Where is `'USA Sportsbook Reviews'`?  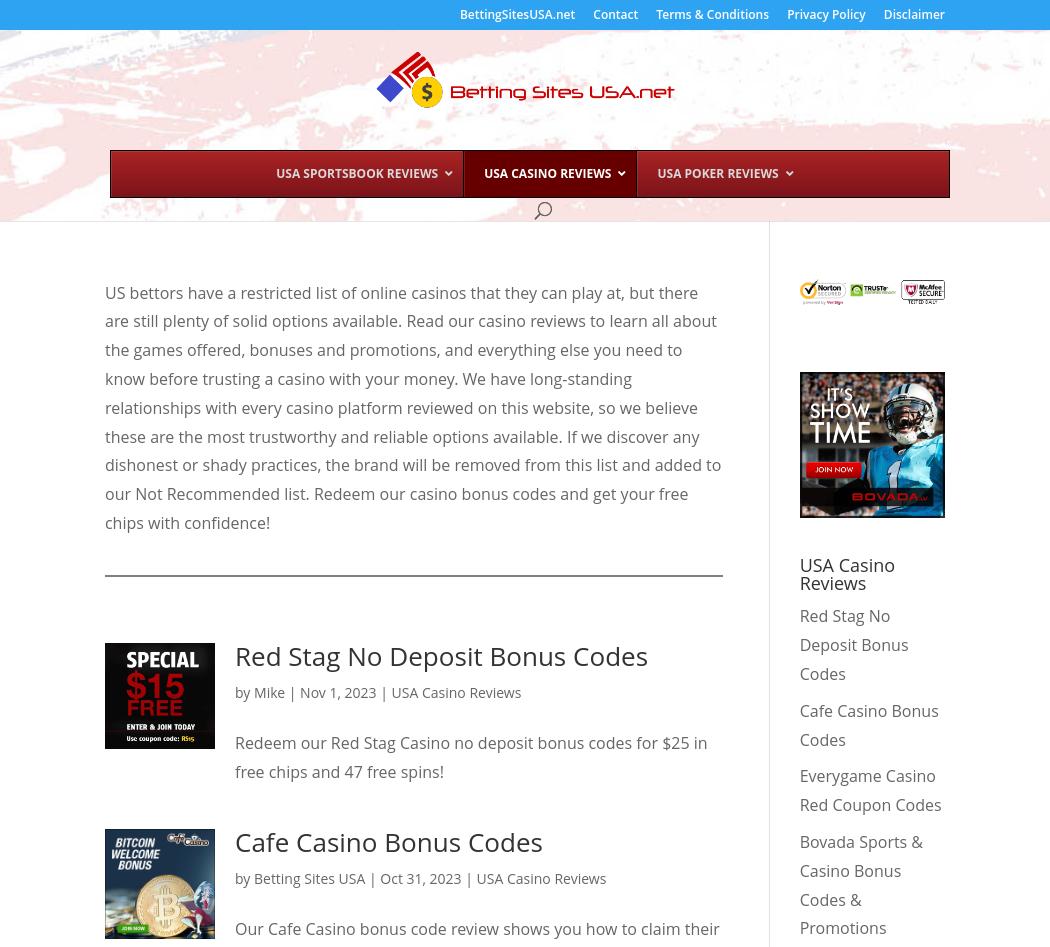
'USA Sportsbook Reviews' is located at coordinates (356, 172).